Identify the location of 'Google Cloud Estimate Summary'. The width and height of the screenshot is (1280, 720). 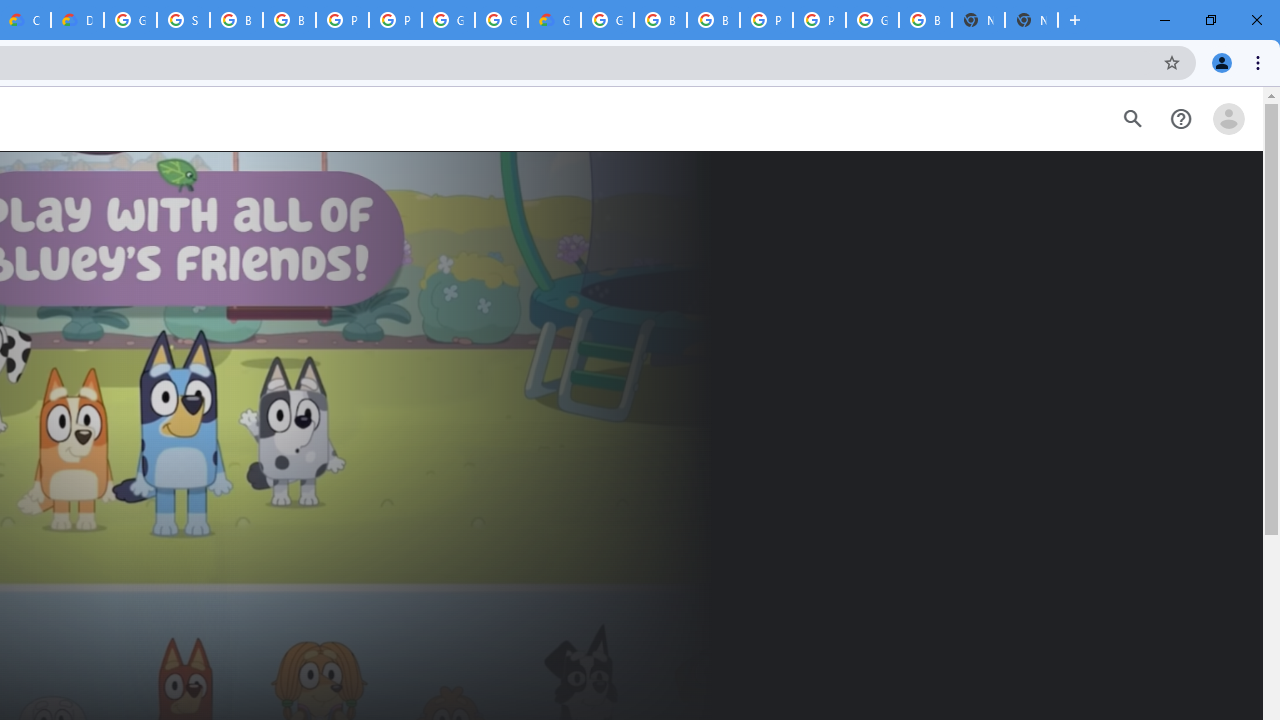
(554, 20).